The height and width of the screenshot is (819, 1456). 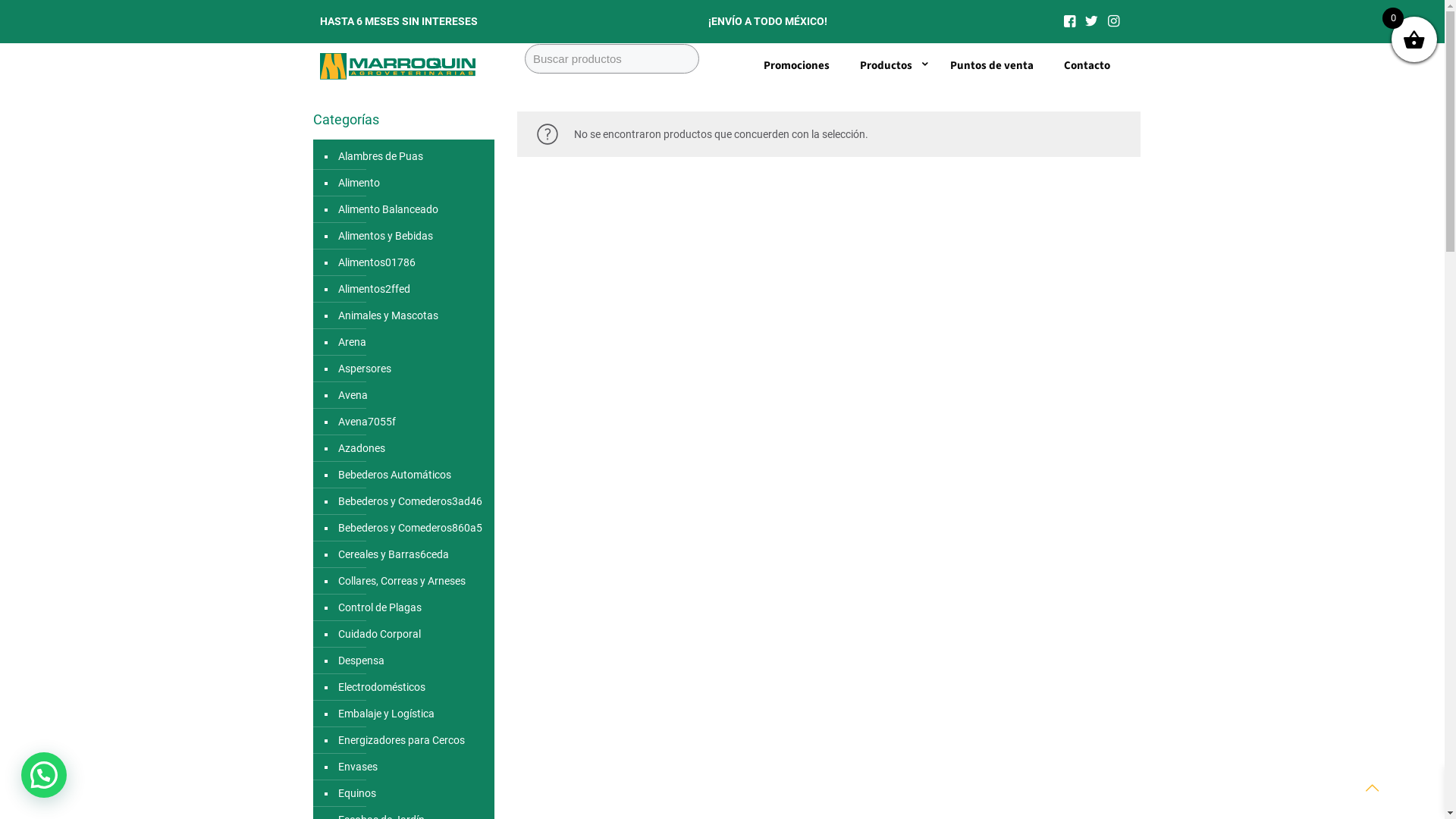 What do you see at coordinates (411, 527) in the screenshot?
I see `'Bebederos y Comederos860a5'` at bounding box center [411, 527].